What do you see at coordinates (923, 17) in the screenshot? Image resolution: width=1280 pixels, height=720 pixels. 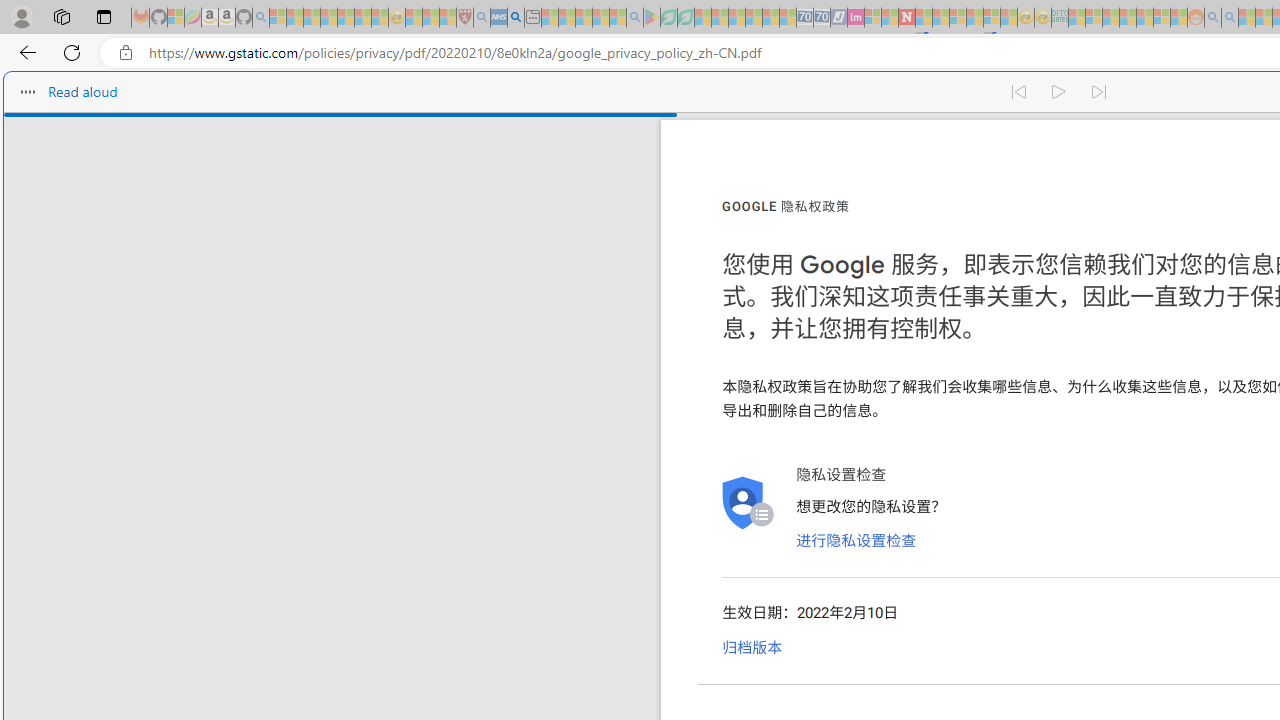 I see `'Trusted Community Engagement and Contributions | Guidelines'` at bounding box center [923, 17].